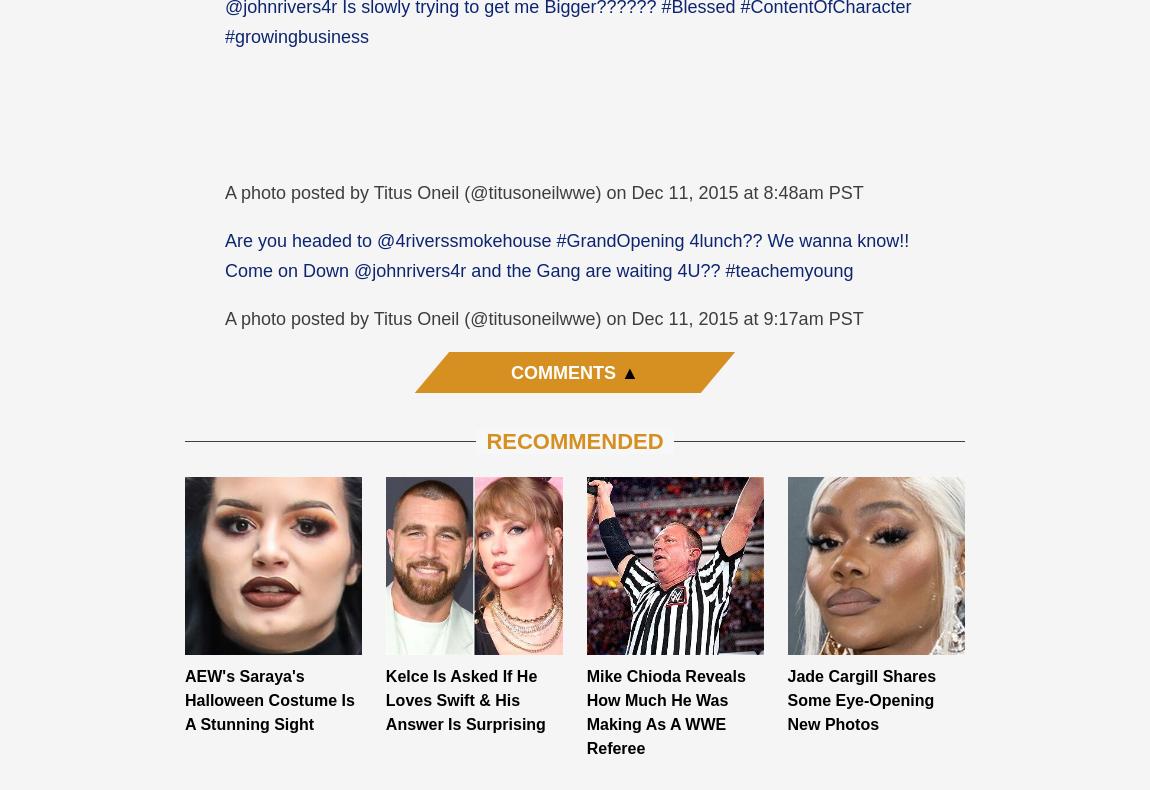  I want to click on 'Kelce Is Asked If He Loves Swift & His Answer Is Surprising', so click(464, 698).